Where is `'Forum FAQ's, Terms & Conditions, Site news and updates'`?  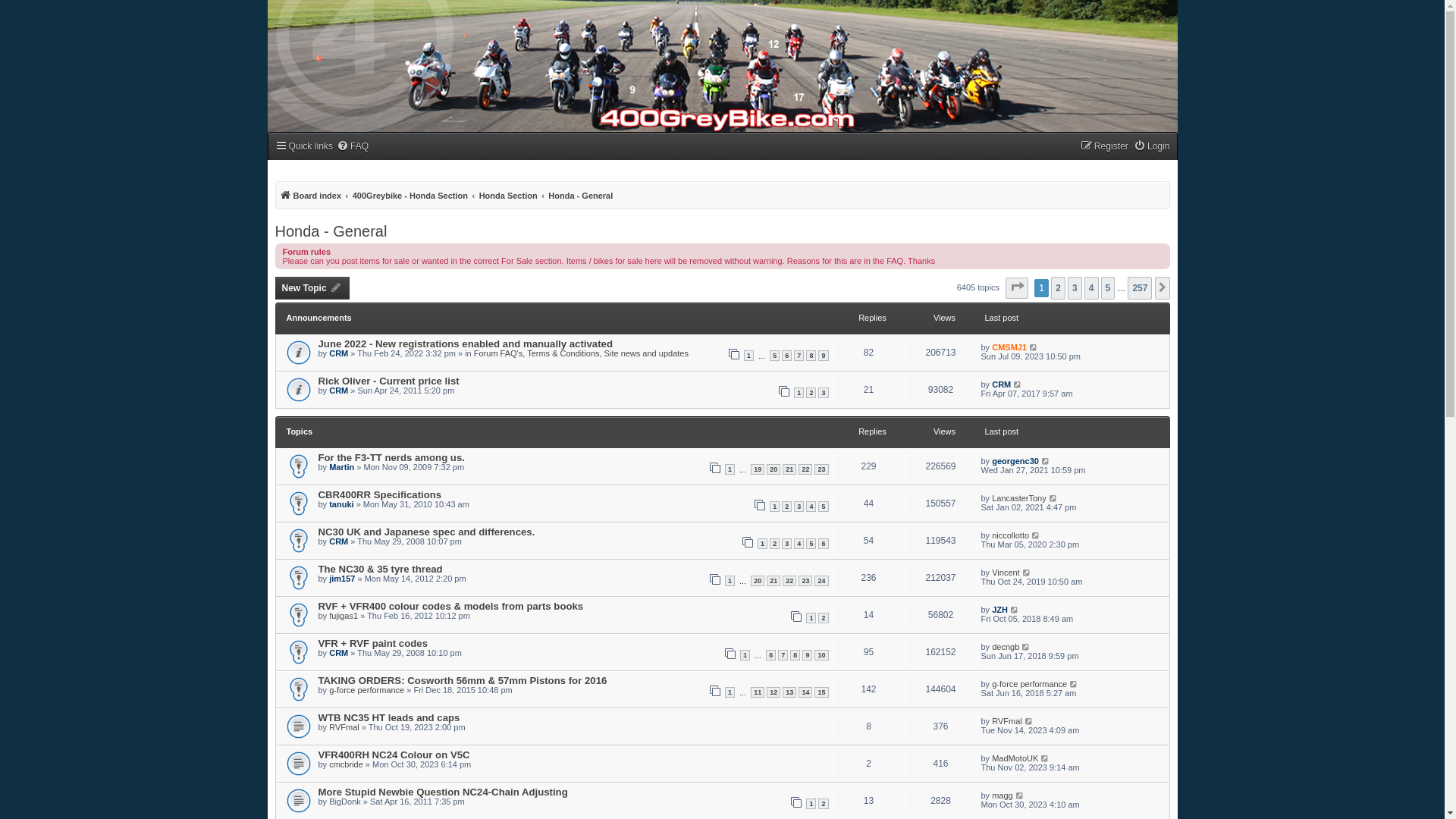
'Forum FAQ's, Terms & Conditions, Site news and updates' is located at coordinates (580, 353).